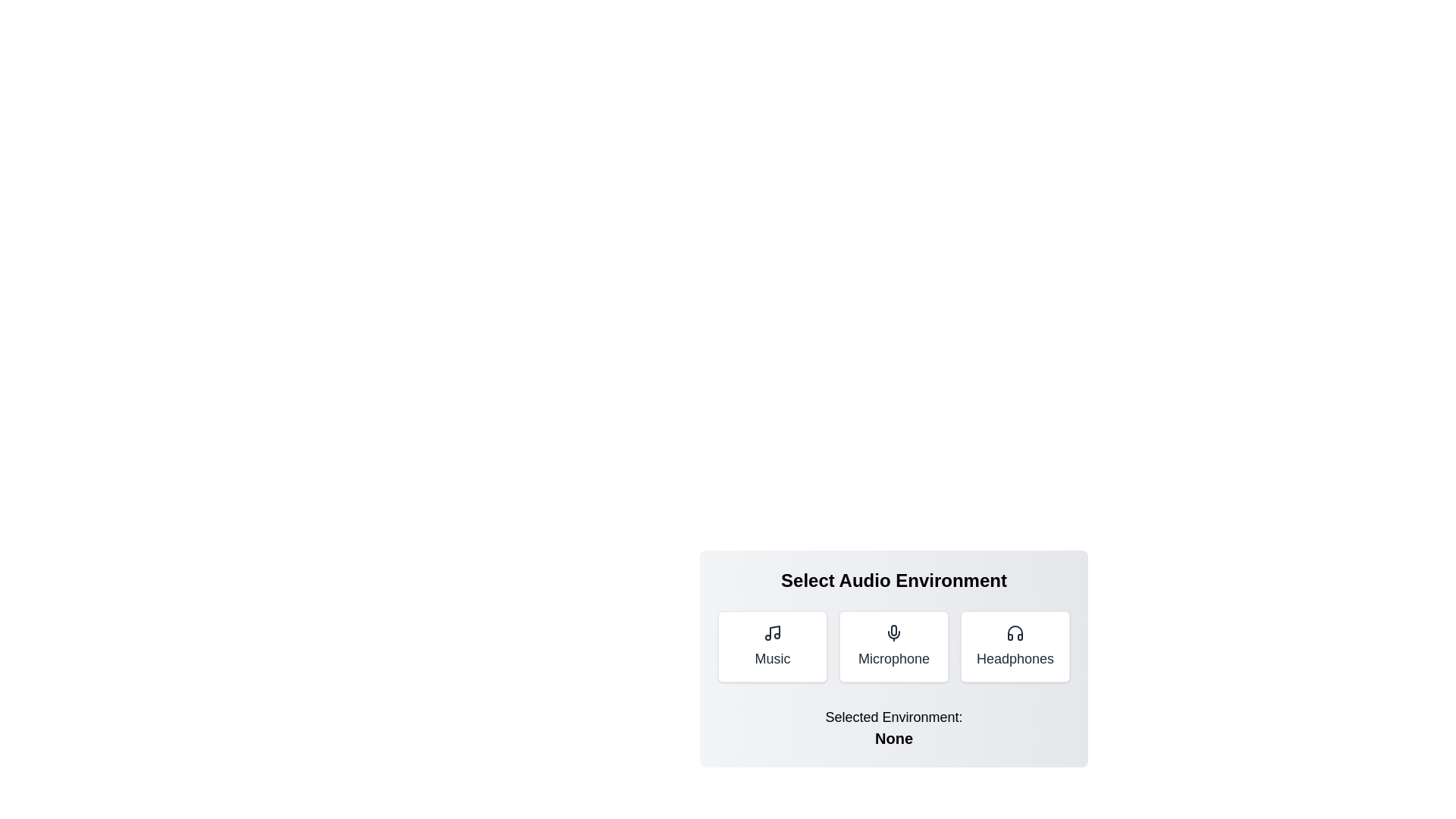 This screenshot has height=819, width=1456. Describe the element at coordinates (894, 738) in the screenshot. I see `the text label displaying 'None' that is bold and black, located below the label 'Selected Environment:' in the UI` at that location.